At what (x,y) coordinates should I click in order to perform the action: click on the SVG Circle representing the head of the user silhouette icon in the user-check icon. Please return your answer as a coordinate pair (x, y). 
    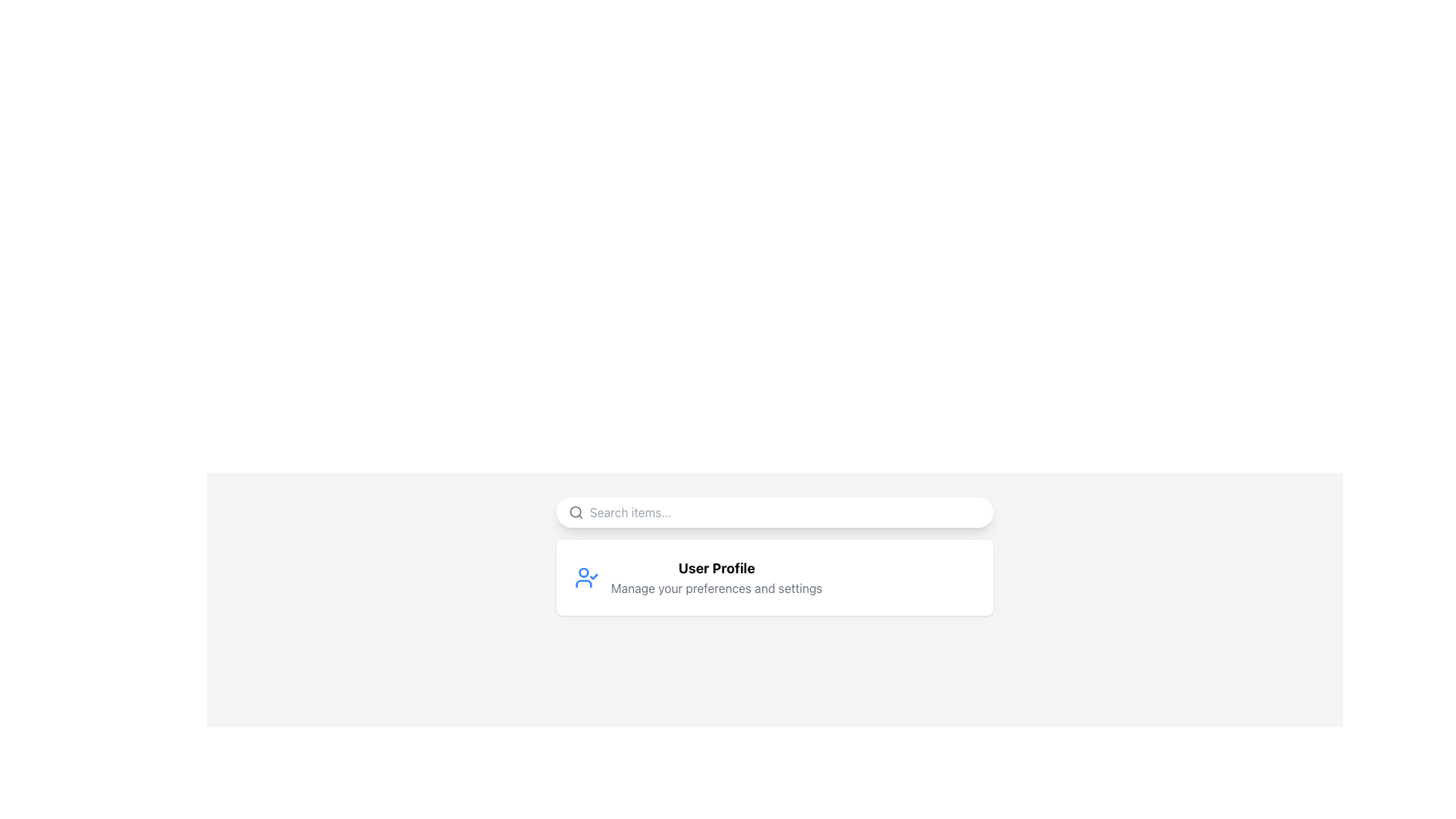
    Looking at the image, I should click on (582, 573).